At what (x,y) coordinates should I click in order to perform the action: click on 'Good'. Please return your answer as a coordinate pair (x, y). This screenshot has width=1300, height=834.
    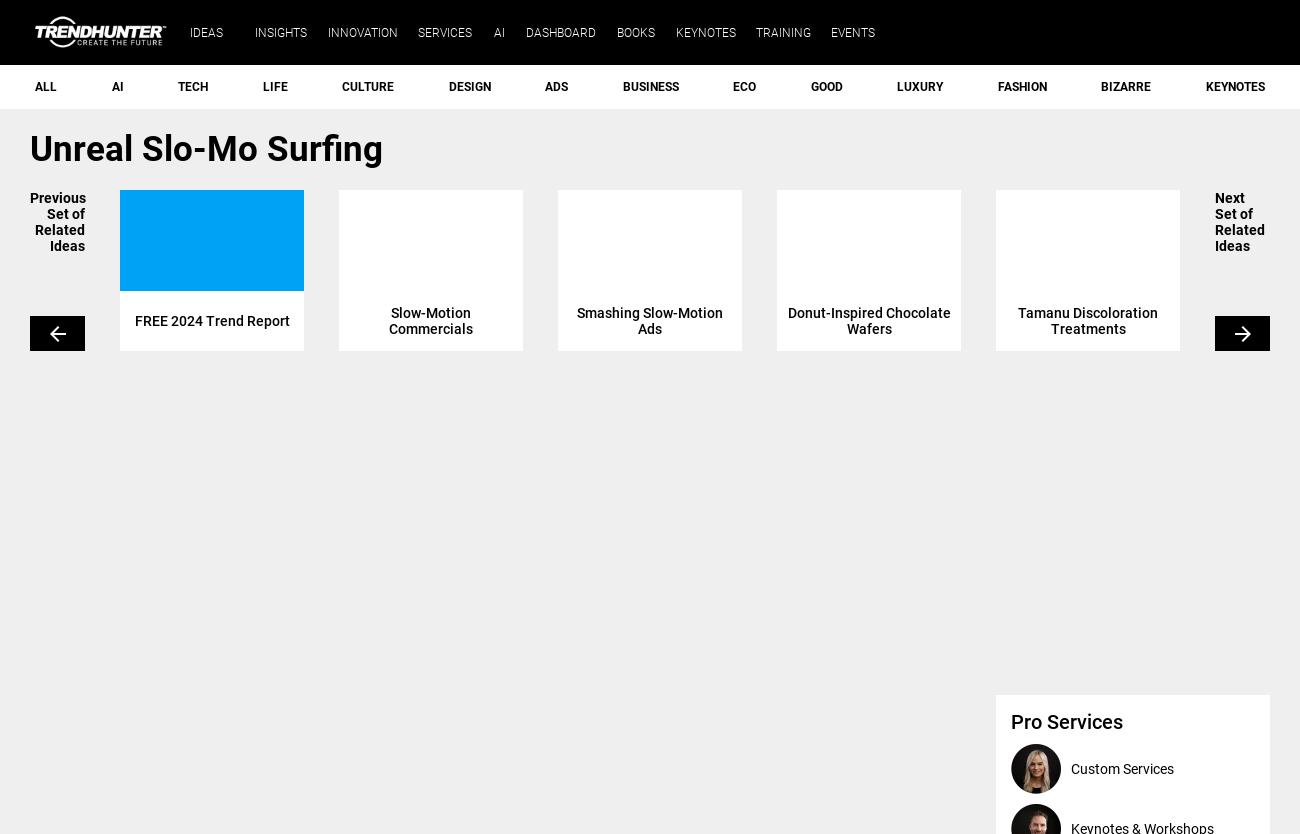
    Looking at the image, I should click on (826, 85).